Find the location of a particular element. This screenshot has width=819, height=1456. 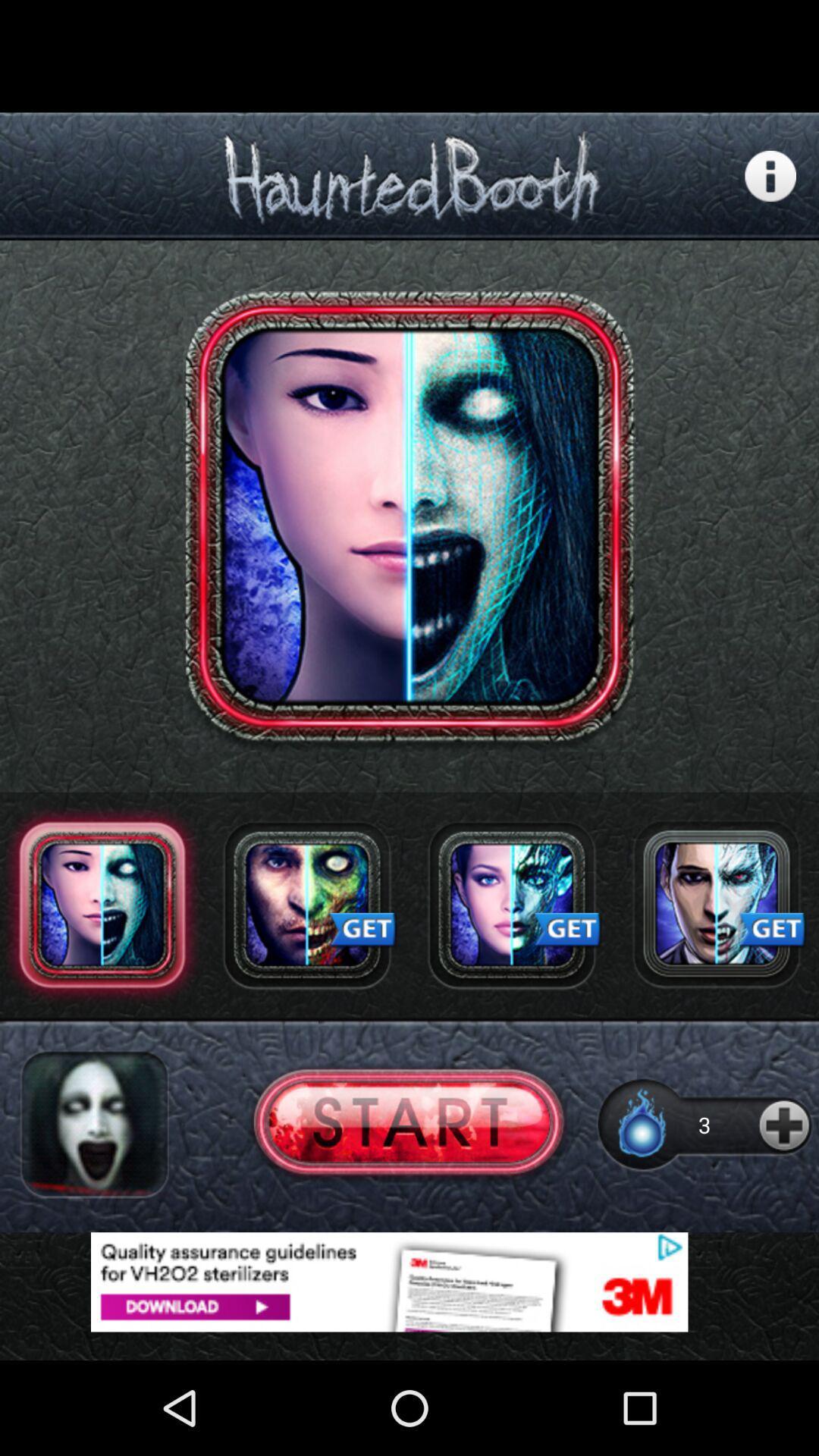

option is located at coordinates (512, 905).